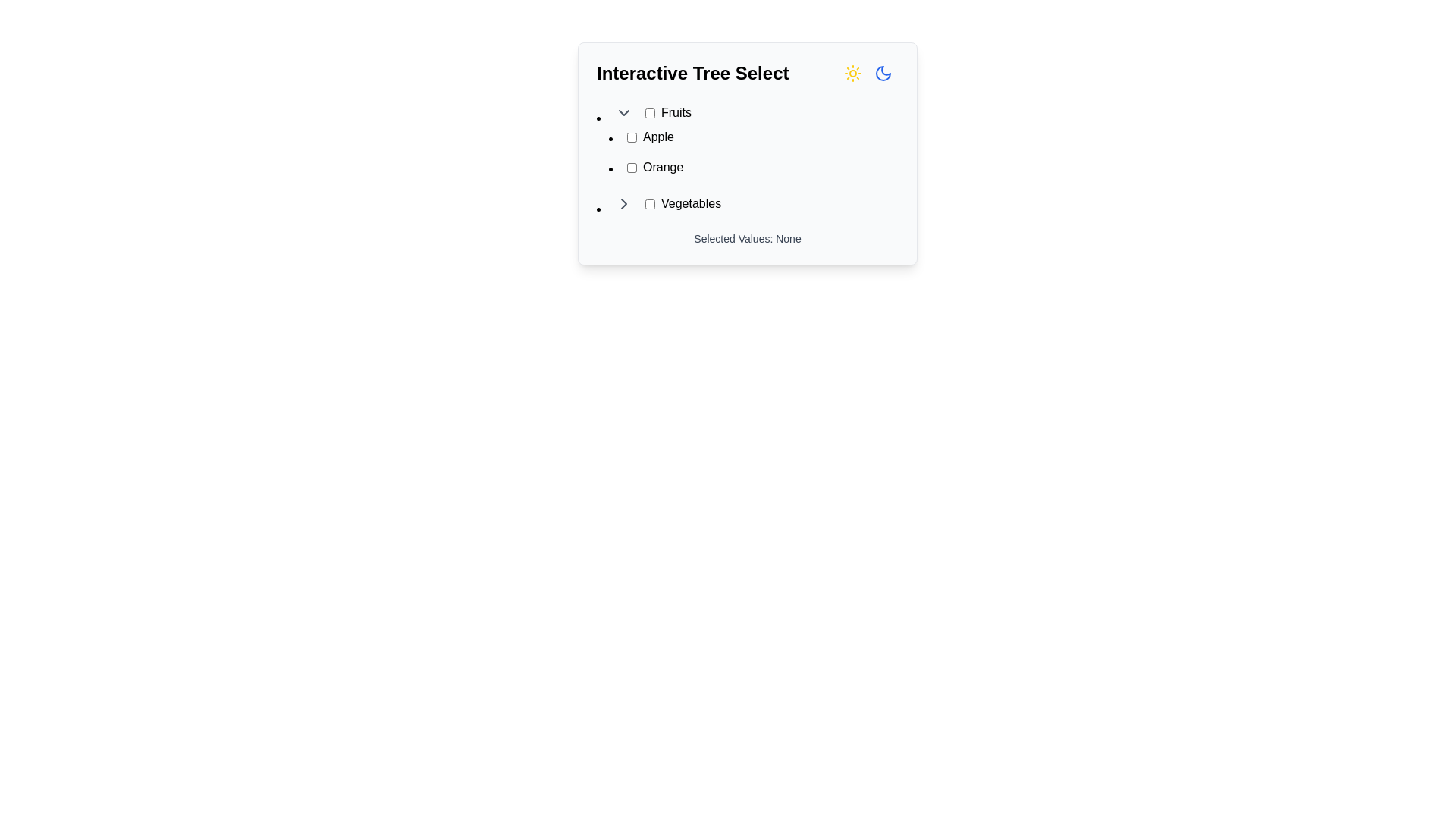 The height and width of the screenshot is (819, 1456). I want to click on the checkbox associated with the label 'Orange' in the 'Interactive Tree Select' panel, so click(632, 167).